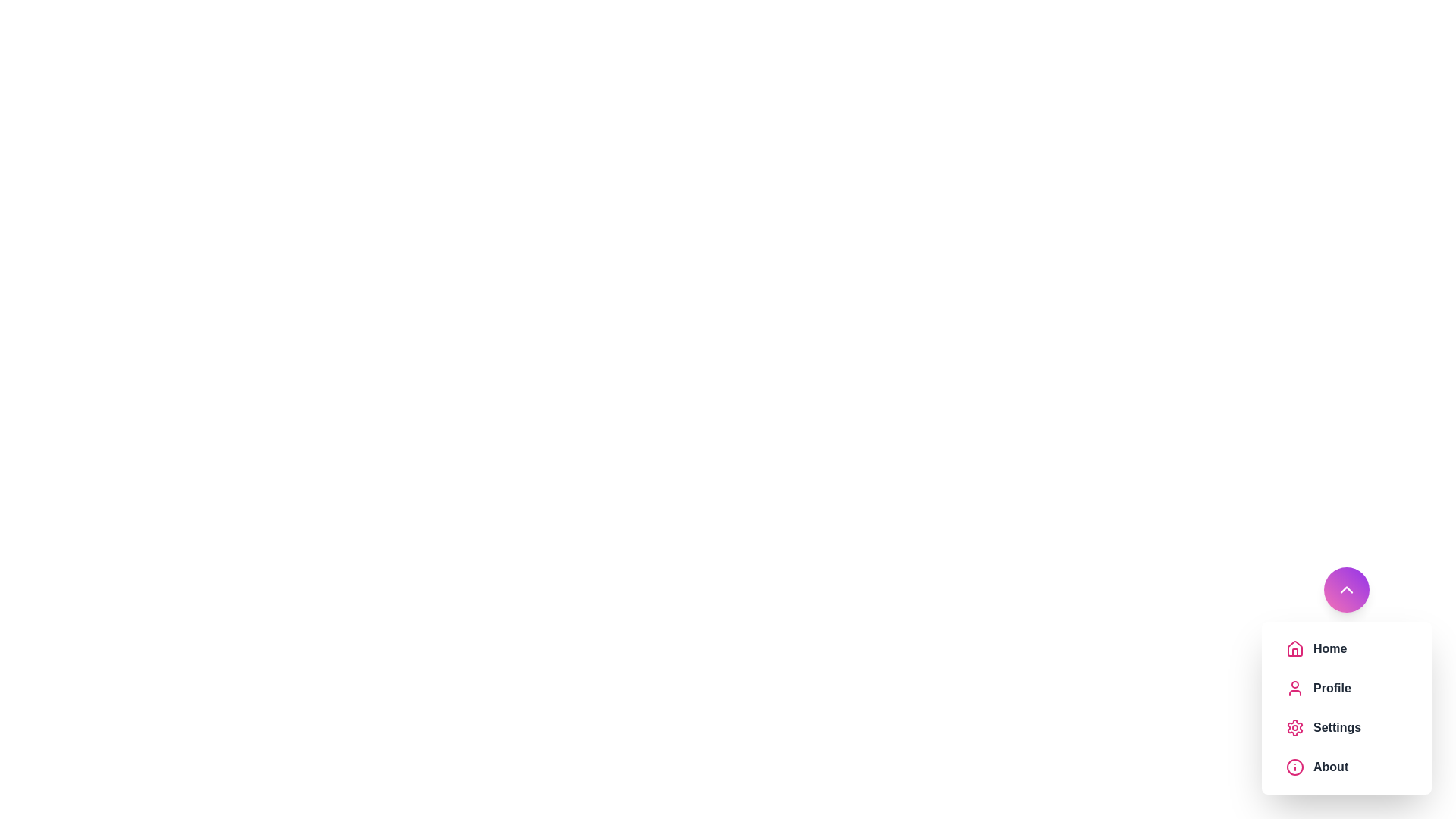  Describe the element at coordinates (1347, 589) in the screenshot. I see `main button to toggle the menu visibility` at that location.